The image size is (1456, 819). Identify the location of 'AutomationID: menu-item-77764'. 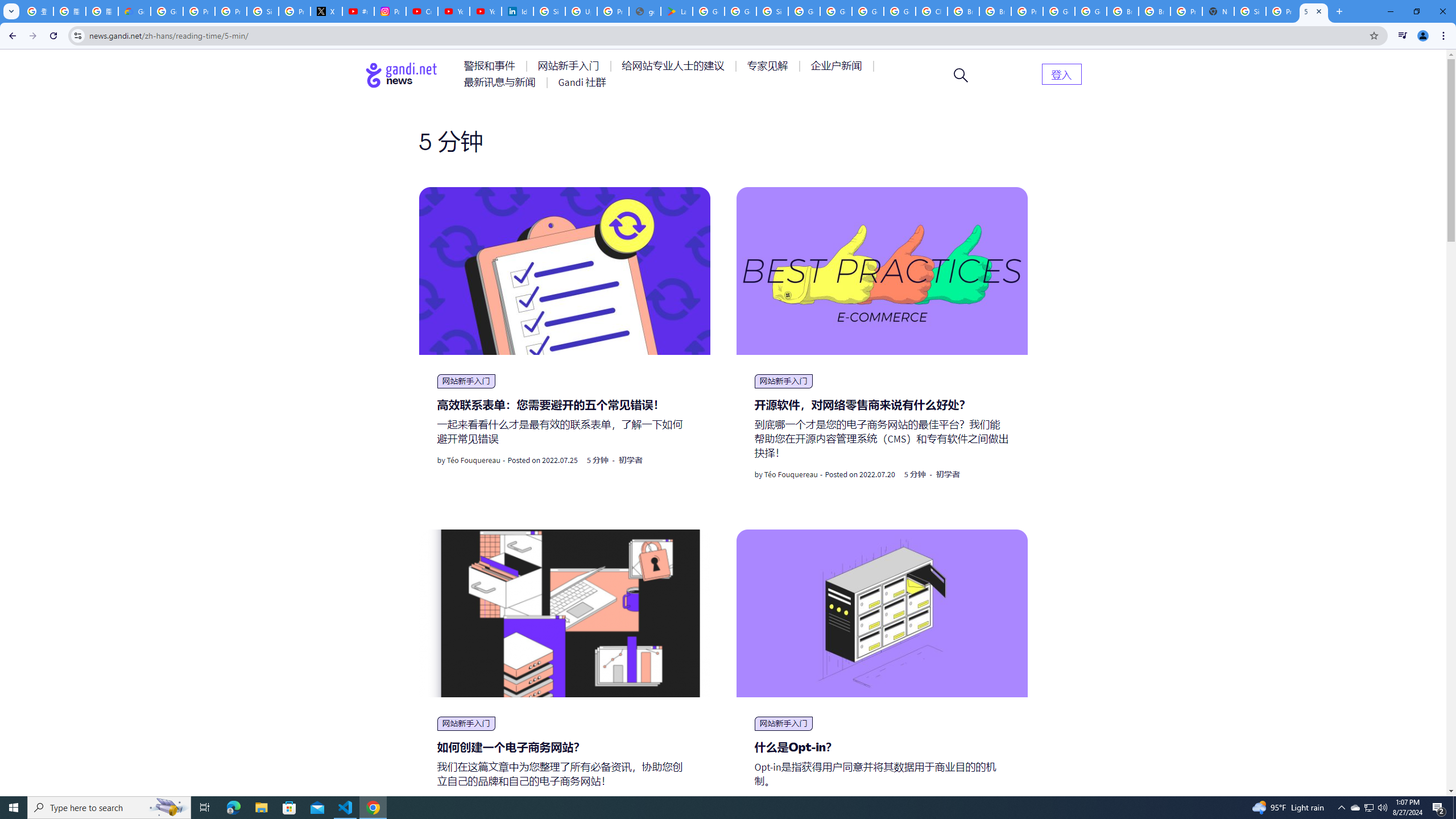
(769, 65).